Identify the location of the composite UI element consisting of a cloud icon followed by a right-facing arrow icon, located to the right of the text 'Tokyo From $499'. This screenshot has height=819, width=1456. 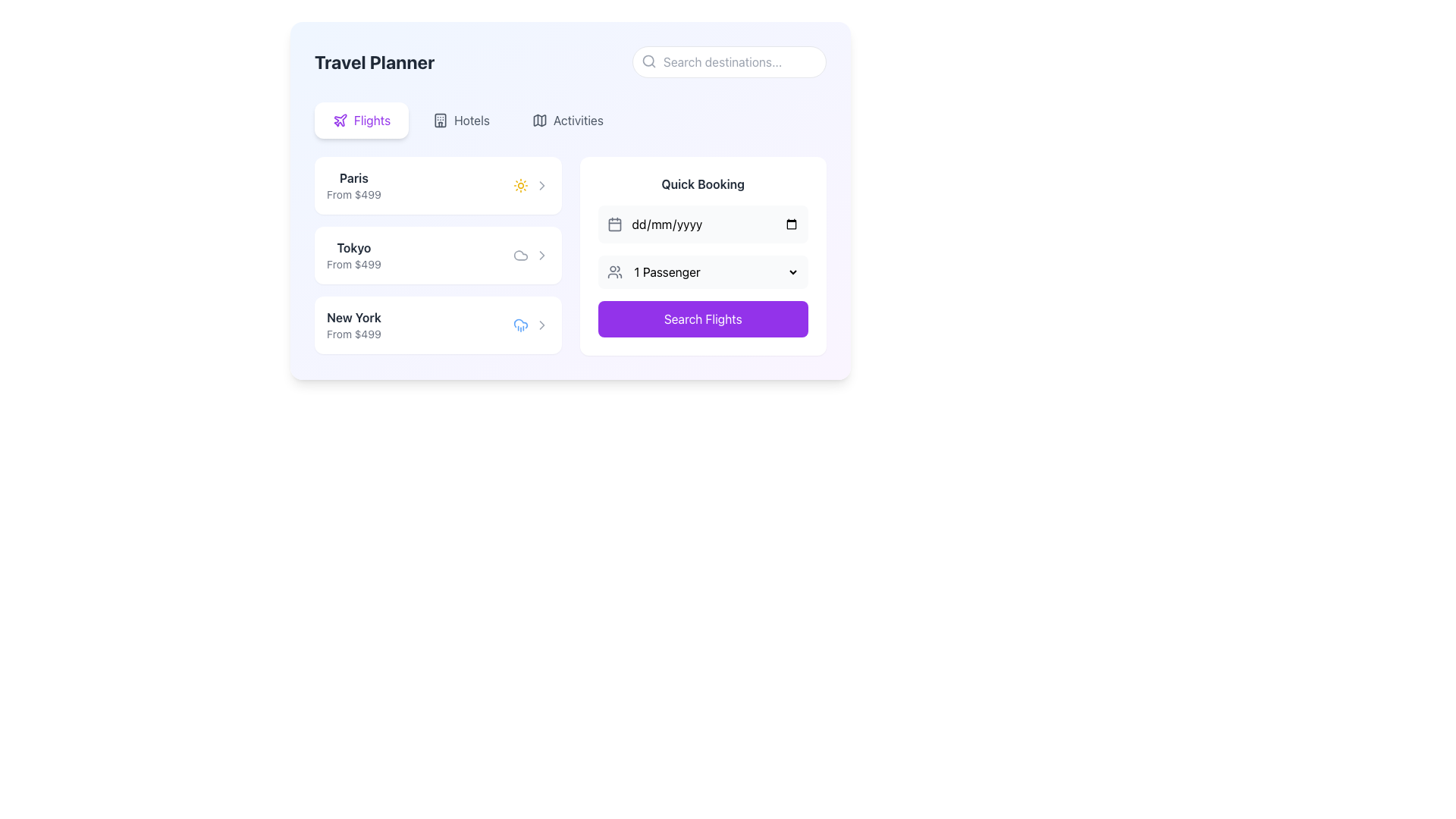
(531, 254).